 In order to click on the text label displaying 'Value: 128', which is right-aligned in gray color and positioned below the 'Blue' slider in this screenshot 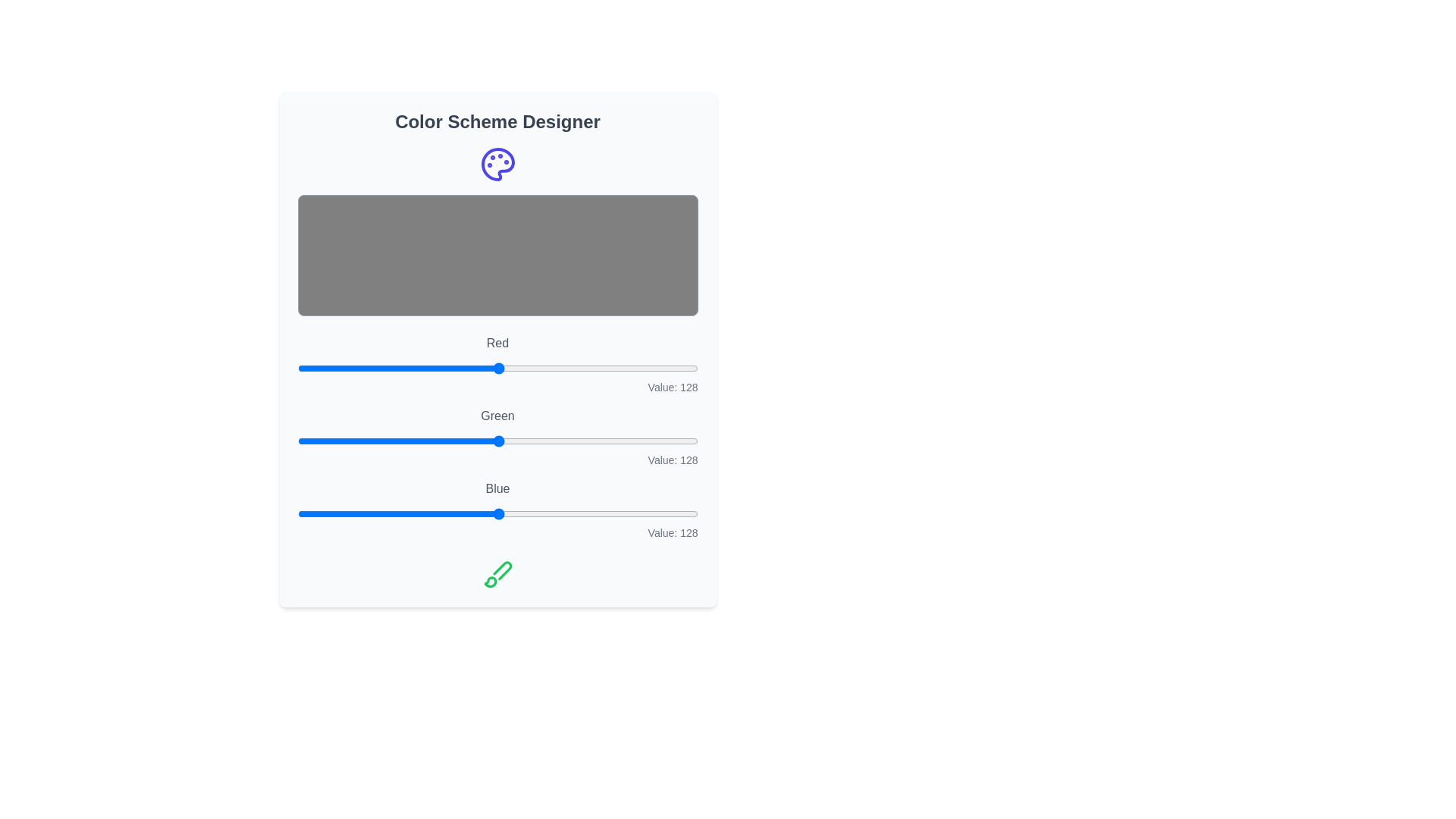, I will do `click(497, 532)`.